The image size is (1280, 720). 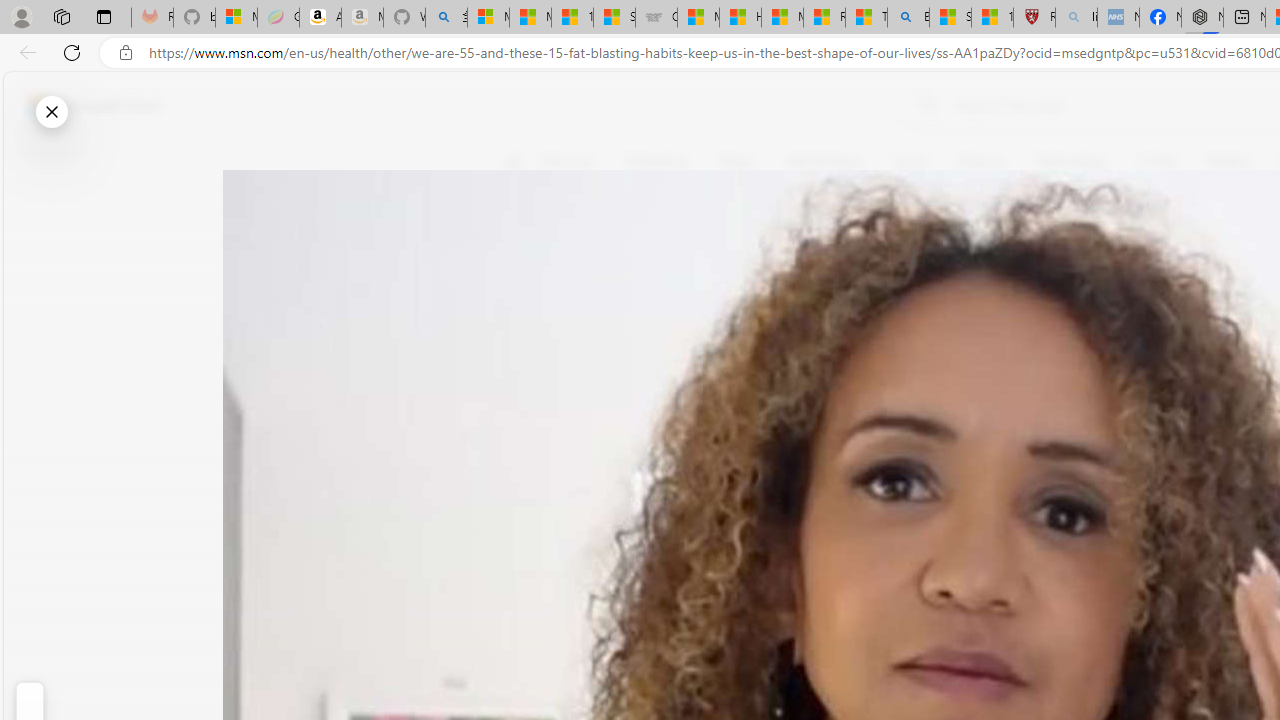 What do you see at coordinates (739, 17) in the screenshot?
I see `'How I Got Rid of Microsoft Edge'` at bounding box center [739, 17].